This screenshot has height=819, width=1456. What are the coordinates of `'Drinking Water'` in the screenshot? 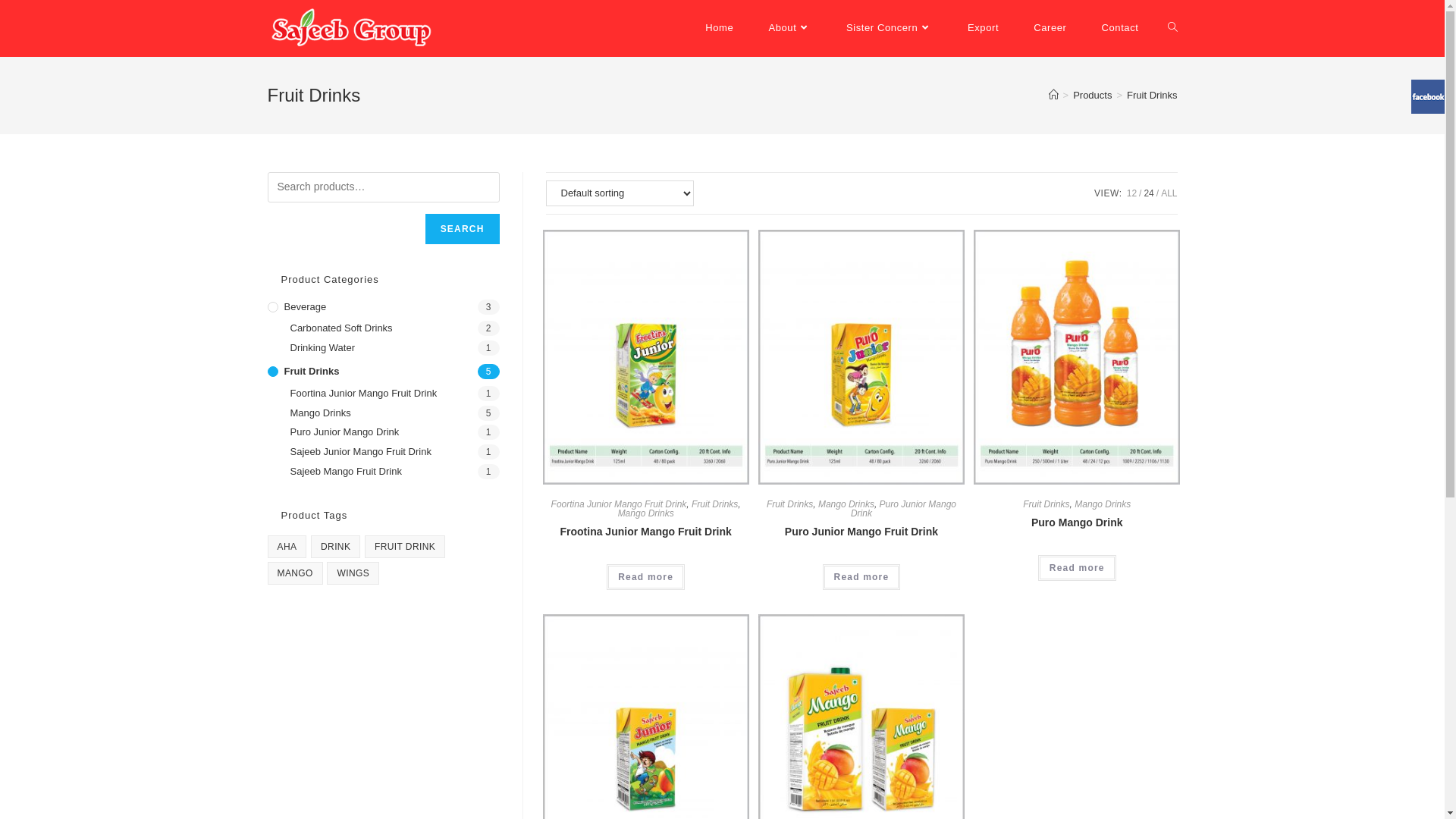 It's located at (290, 348).